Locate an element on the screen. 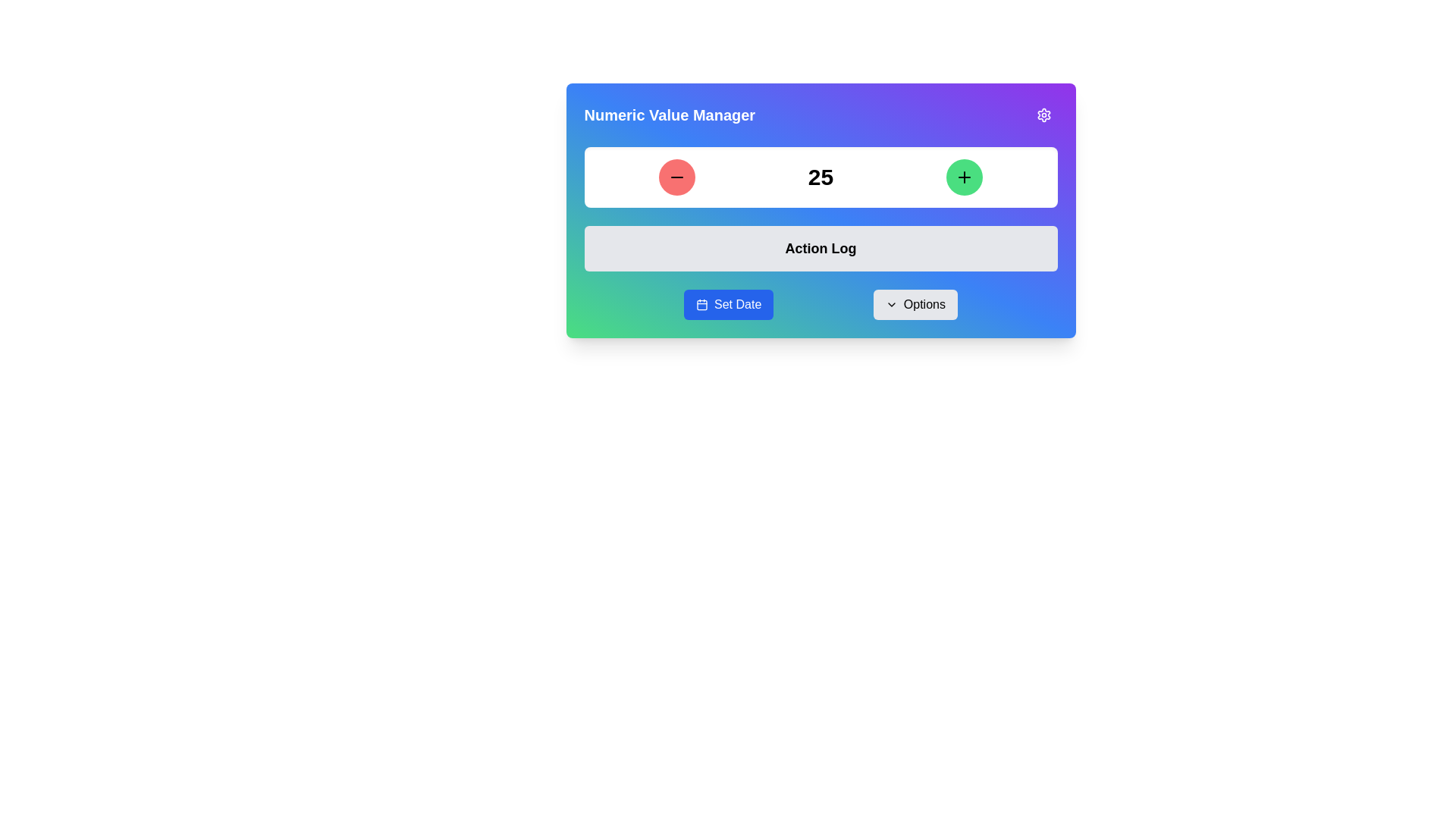 This screenshot has width=1456, height=819. the Settings Cogwheel icon located in the top-right corner of the card-like interface with the title 'Numeric Value Manager' is located at coordinates (1043, 114).